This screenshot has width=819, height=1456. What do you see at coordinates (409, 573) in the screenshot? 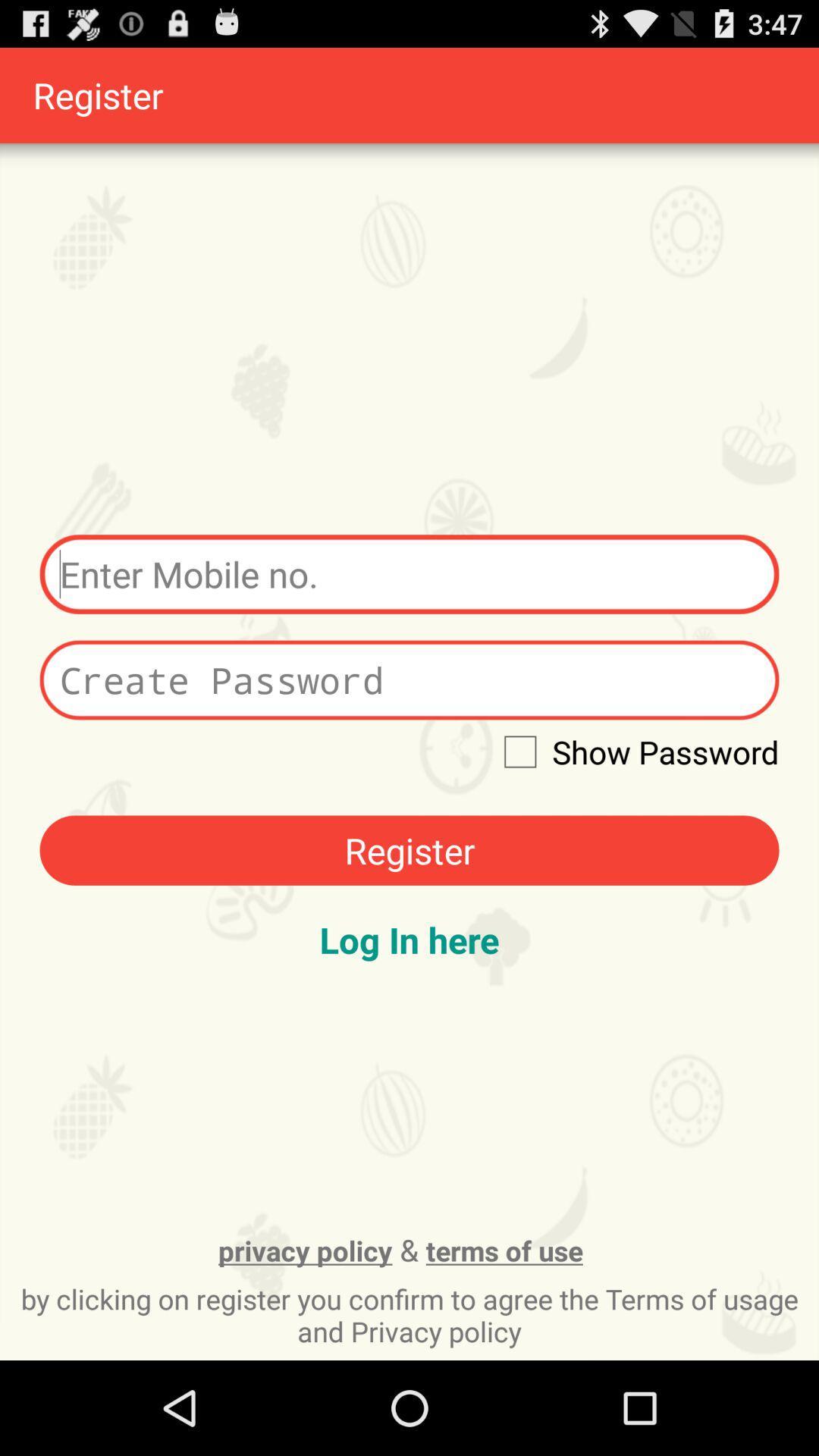
I see `mobile number` at bounding box center [409, 573].